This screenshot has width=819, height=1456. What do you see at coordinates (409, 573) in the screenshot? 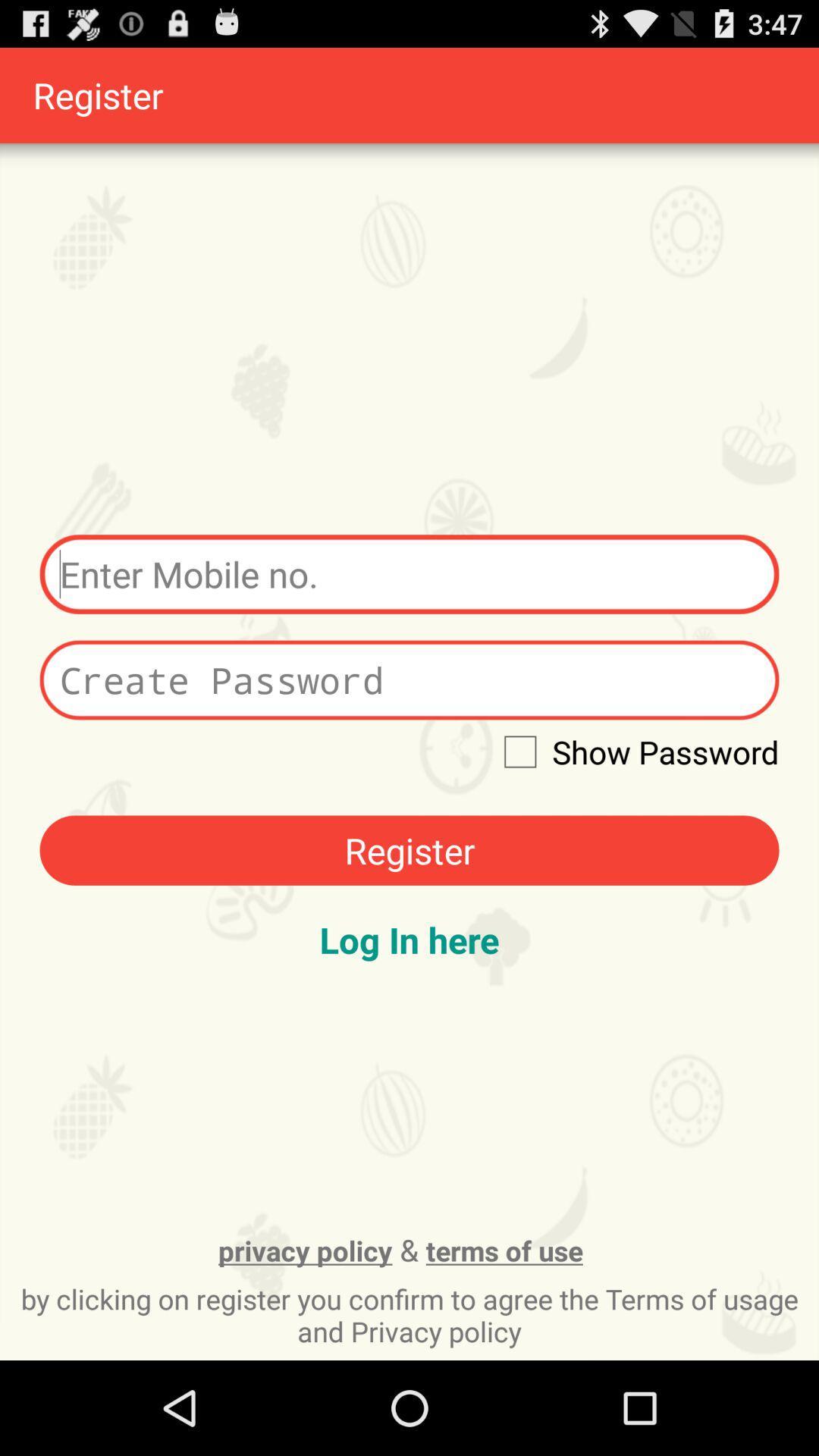
I see `mobile number` at bounding box center [409, 573].